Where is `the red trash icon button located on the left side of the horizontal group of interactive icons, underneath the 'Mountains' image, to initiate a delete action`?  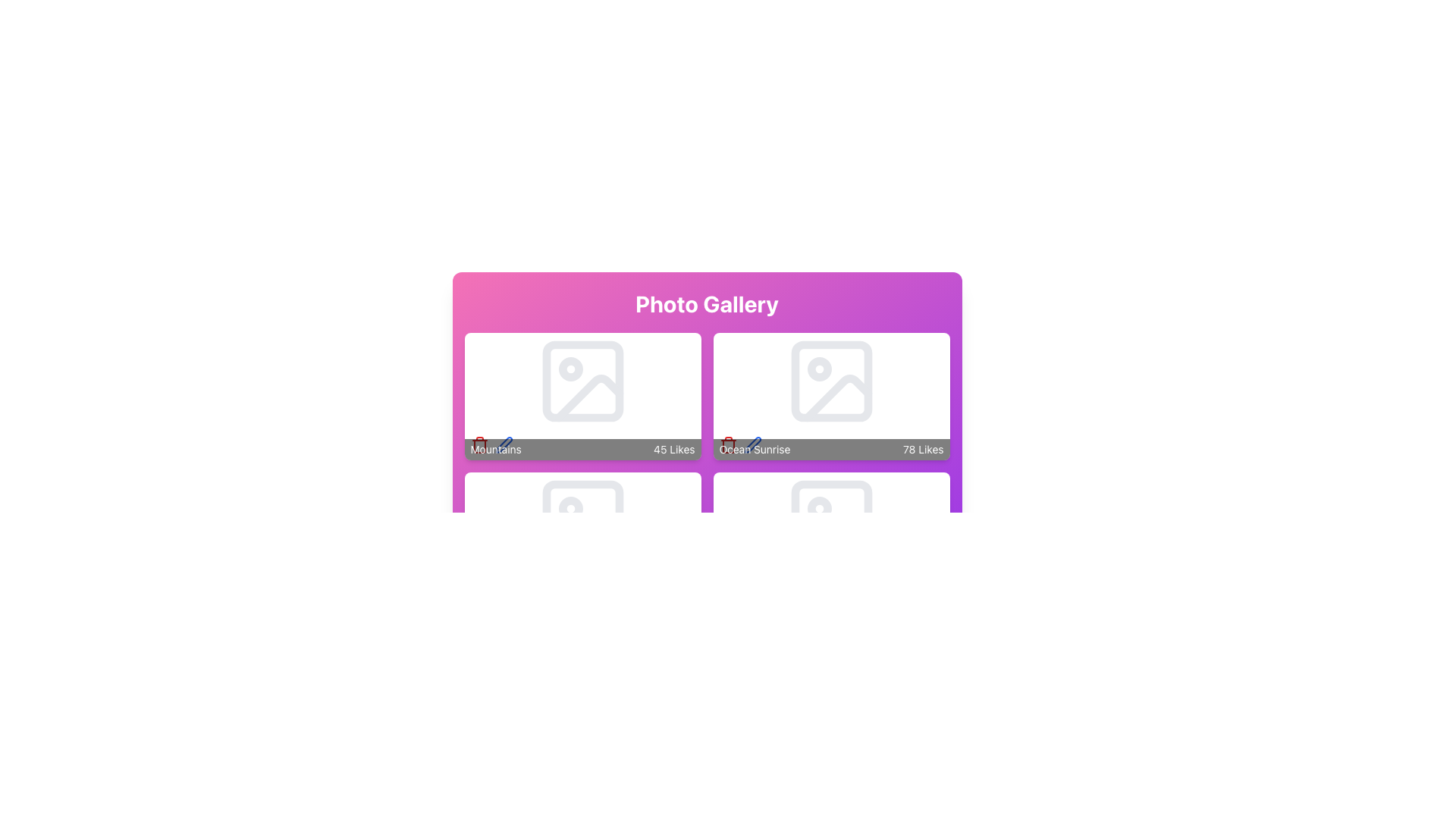 the red trash icon button located on the left side of the horizontal group of interactive icons, underneath the 'Mountains' image, to initiate a delete action is located at coordinates (728, 584).